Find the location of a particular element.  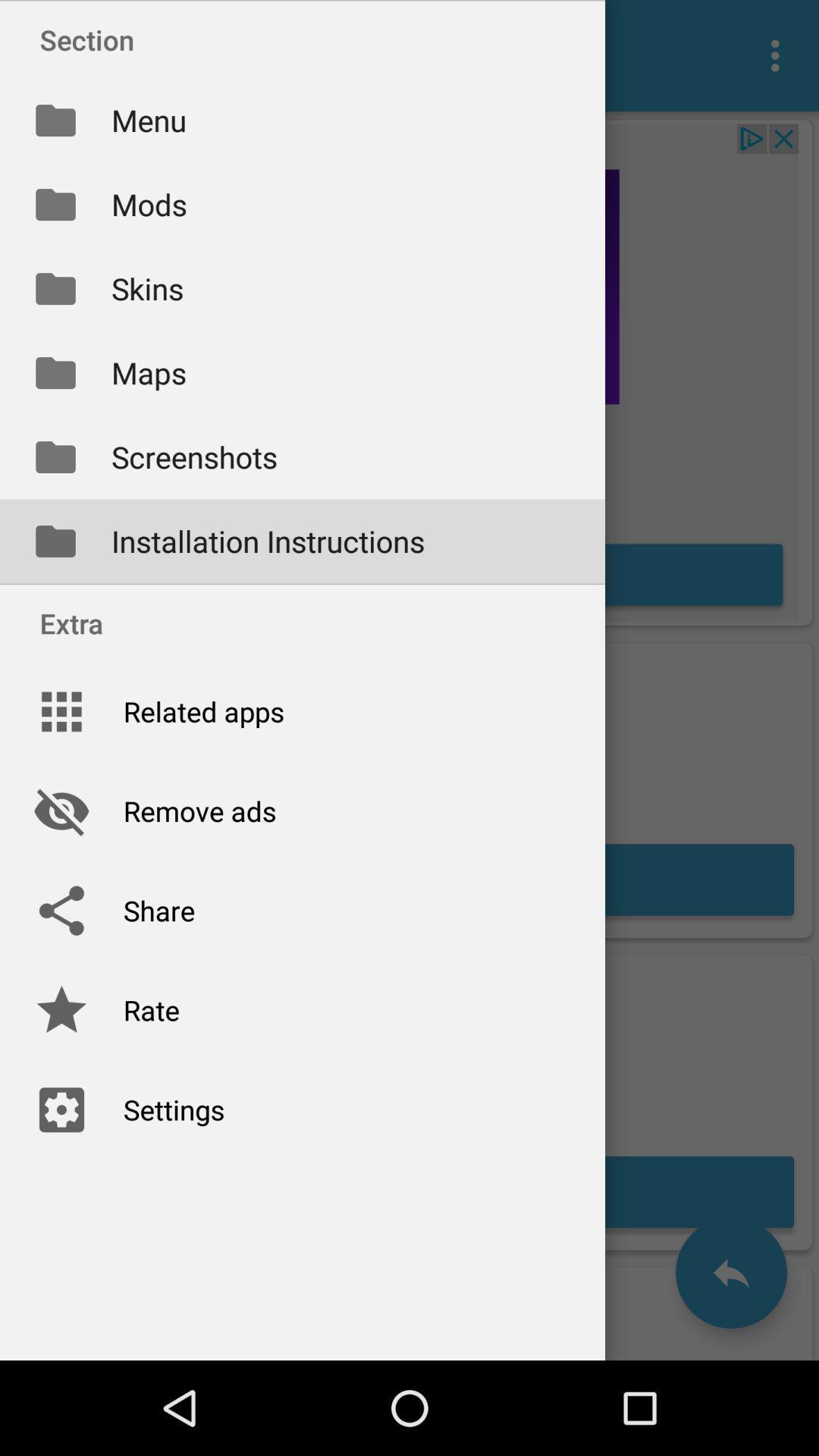

the reply icon is located at coordinates (730, 1272).